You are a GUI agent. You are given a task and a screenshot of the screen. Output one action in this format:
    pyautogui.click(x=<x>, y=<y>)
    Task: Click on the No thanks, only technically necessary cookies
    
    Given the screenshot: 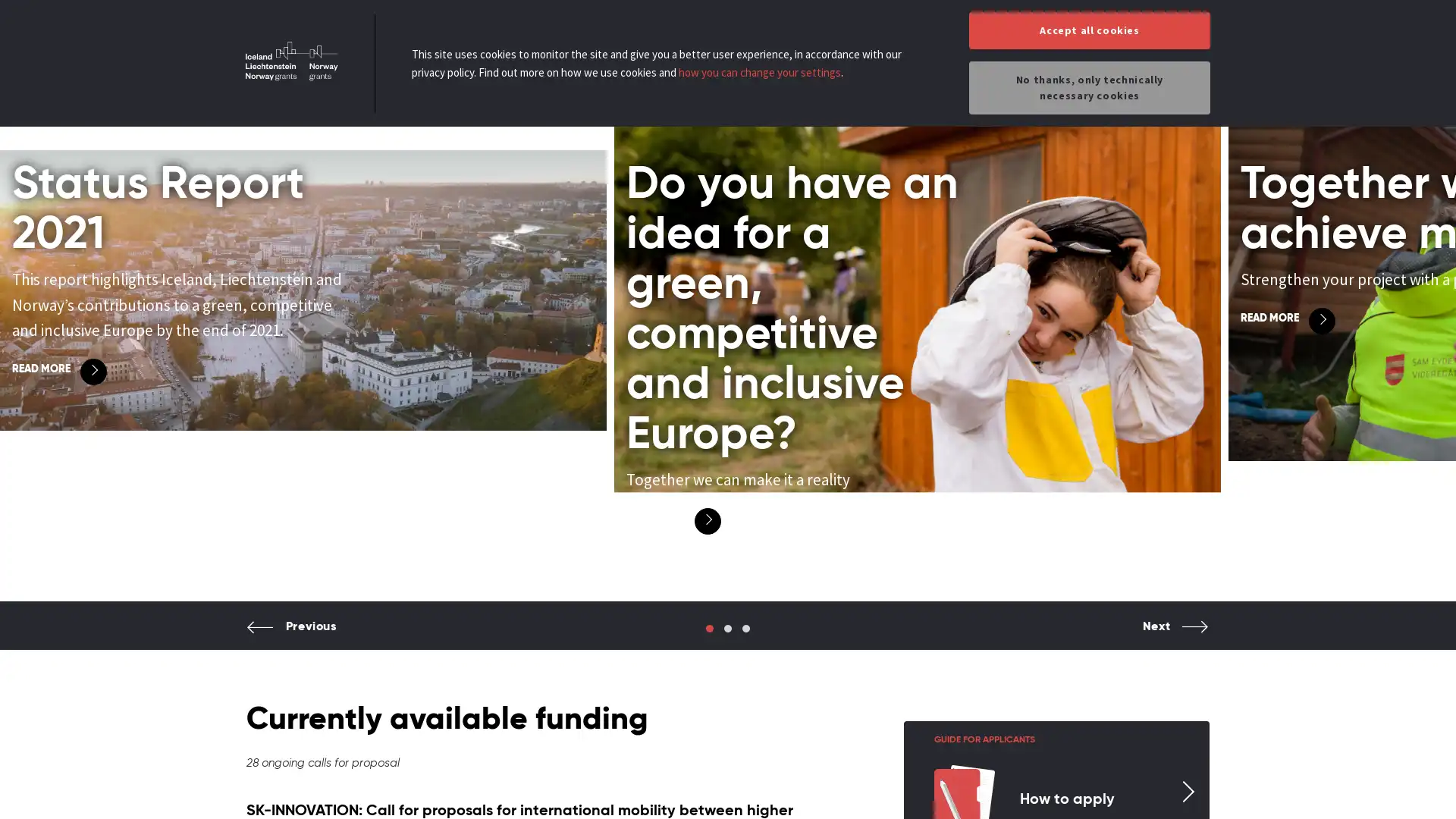 What is the action you would take?
    pyautogui.click(x=1088, y=87)
    